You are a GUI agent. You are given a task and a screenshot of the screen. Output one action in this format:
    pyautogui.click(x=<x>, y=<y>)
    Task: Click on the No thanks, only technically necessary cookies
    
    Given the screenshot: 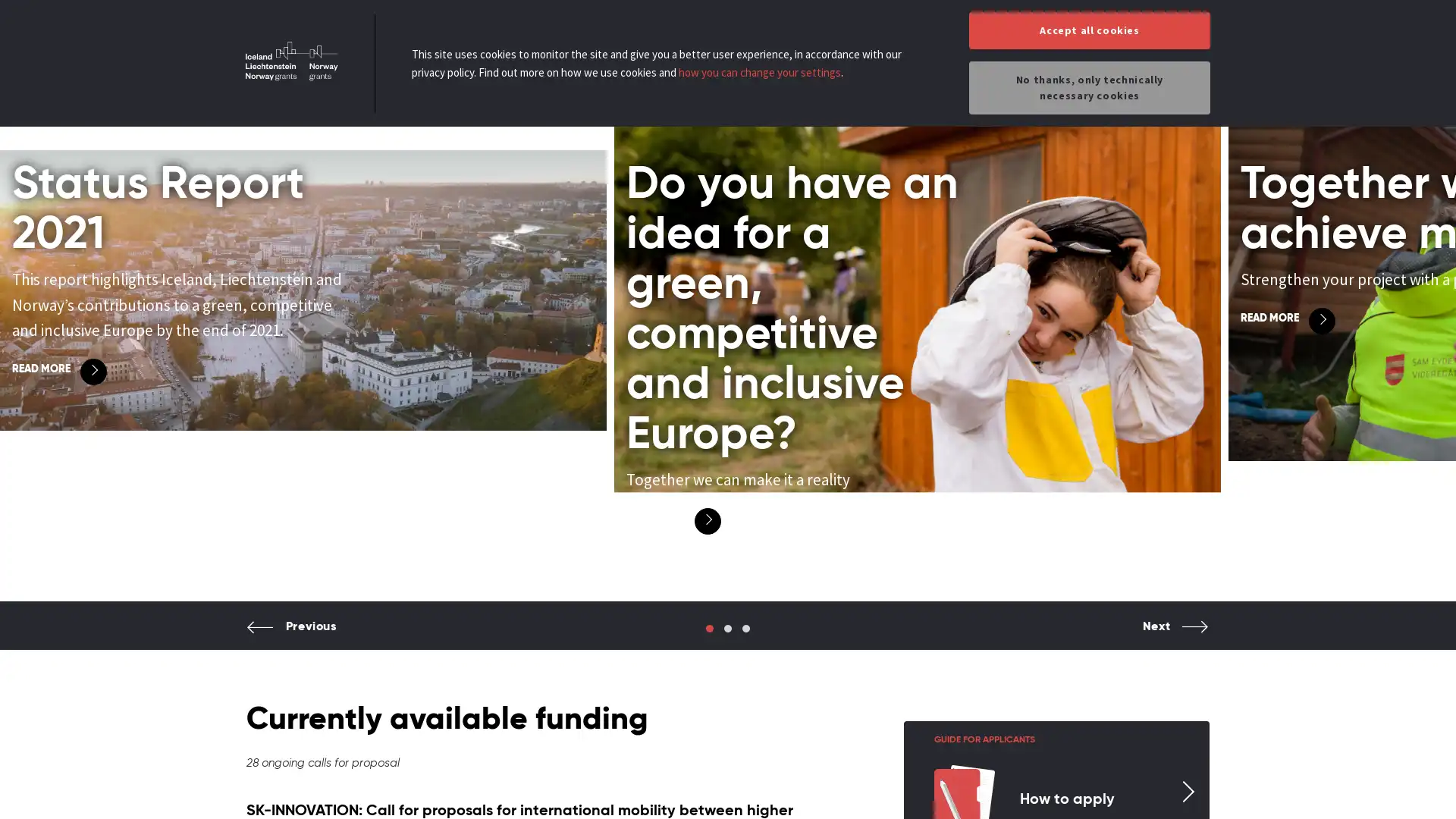 What is the action you would take?
    pyautogui.click(x=1088, y=87)
    